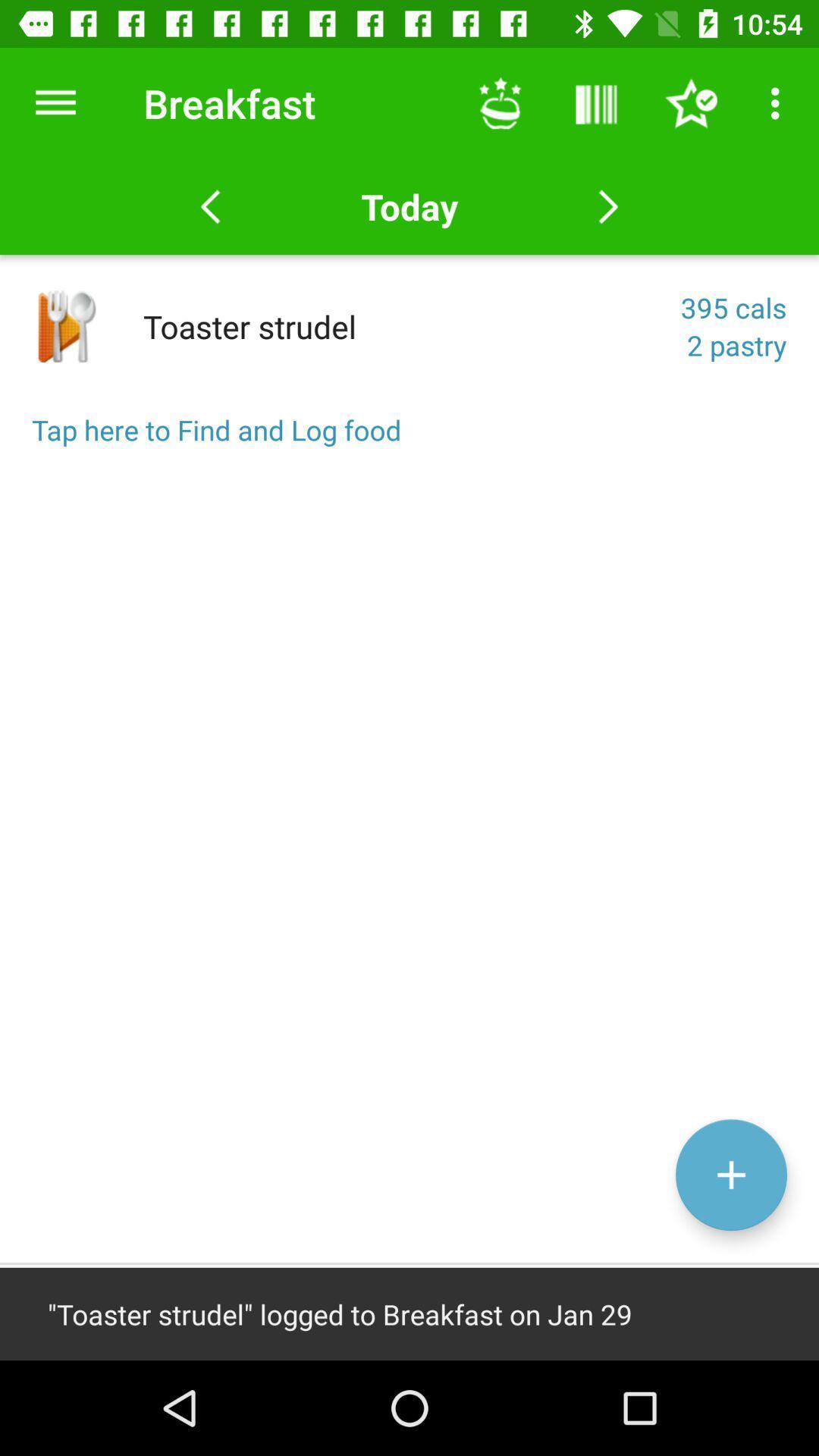 Image resolution: width=819 pixels, height=1456 pixels. I want to click on the add icon, so click(730, 1174).